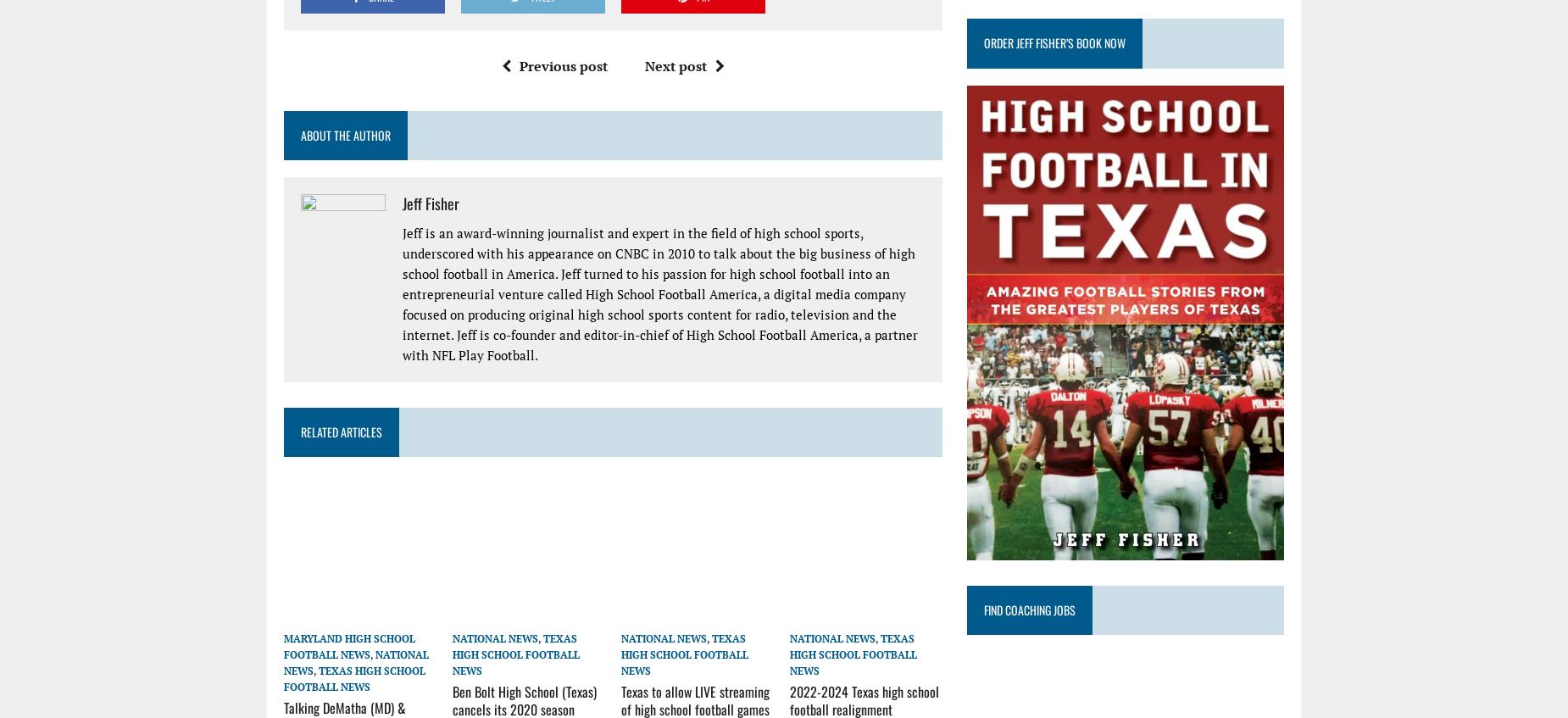 This screenshot has width=1568, height=718. I want to click on 'Next post', so click(675, 64).